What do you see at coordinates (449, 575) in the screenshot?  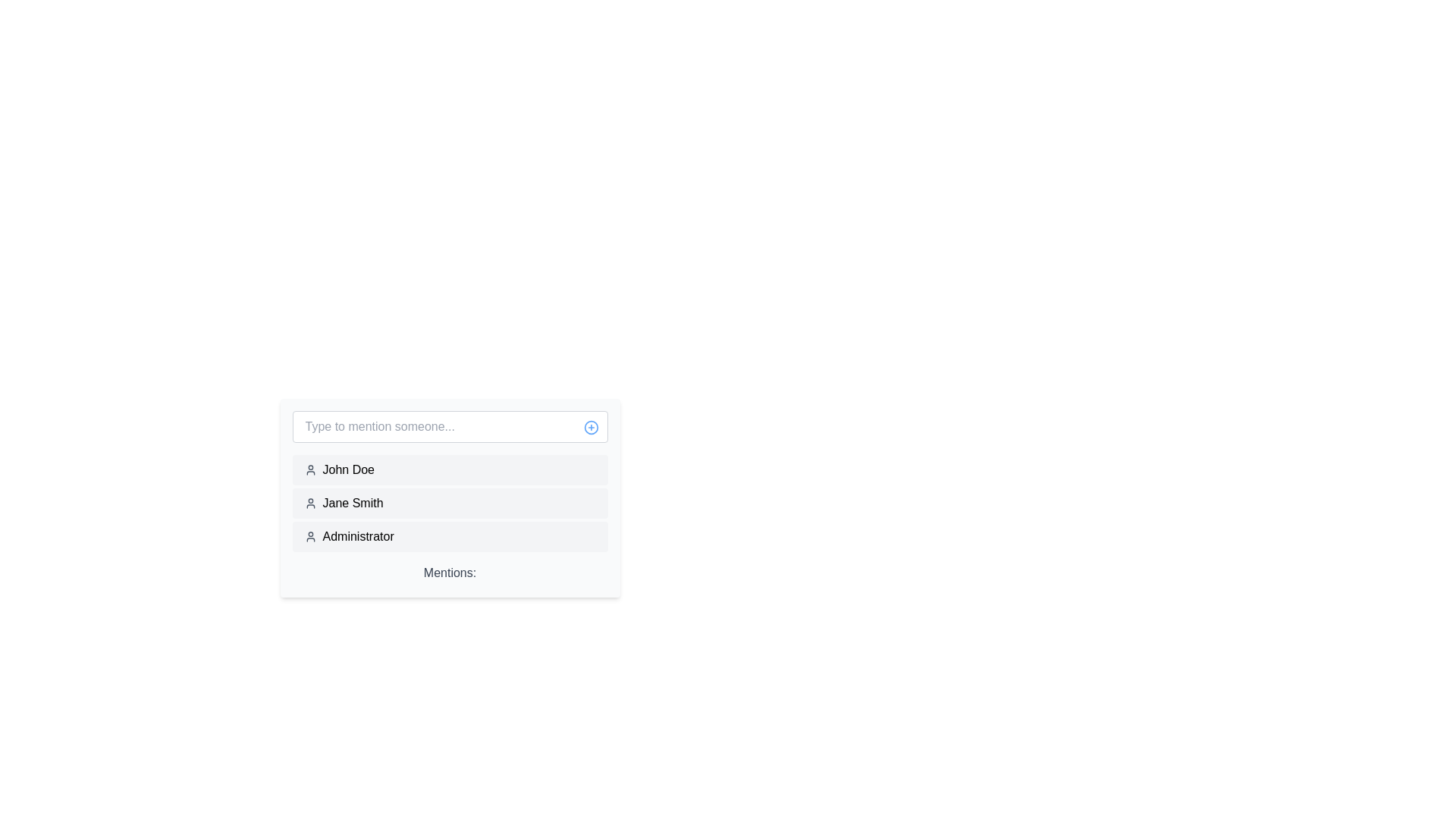 I see `the label located beneath the list of user names which includes 'John Doe', 'Jane Smith', and 'Administrator'` at bounding box center [449, 575].